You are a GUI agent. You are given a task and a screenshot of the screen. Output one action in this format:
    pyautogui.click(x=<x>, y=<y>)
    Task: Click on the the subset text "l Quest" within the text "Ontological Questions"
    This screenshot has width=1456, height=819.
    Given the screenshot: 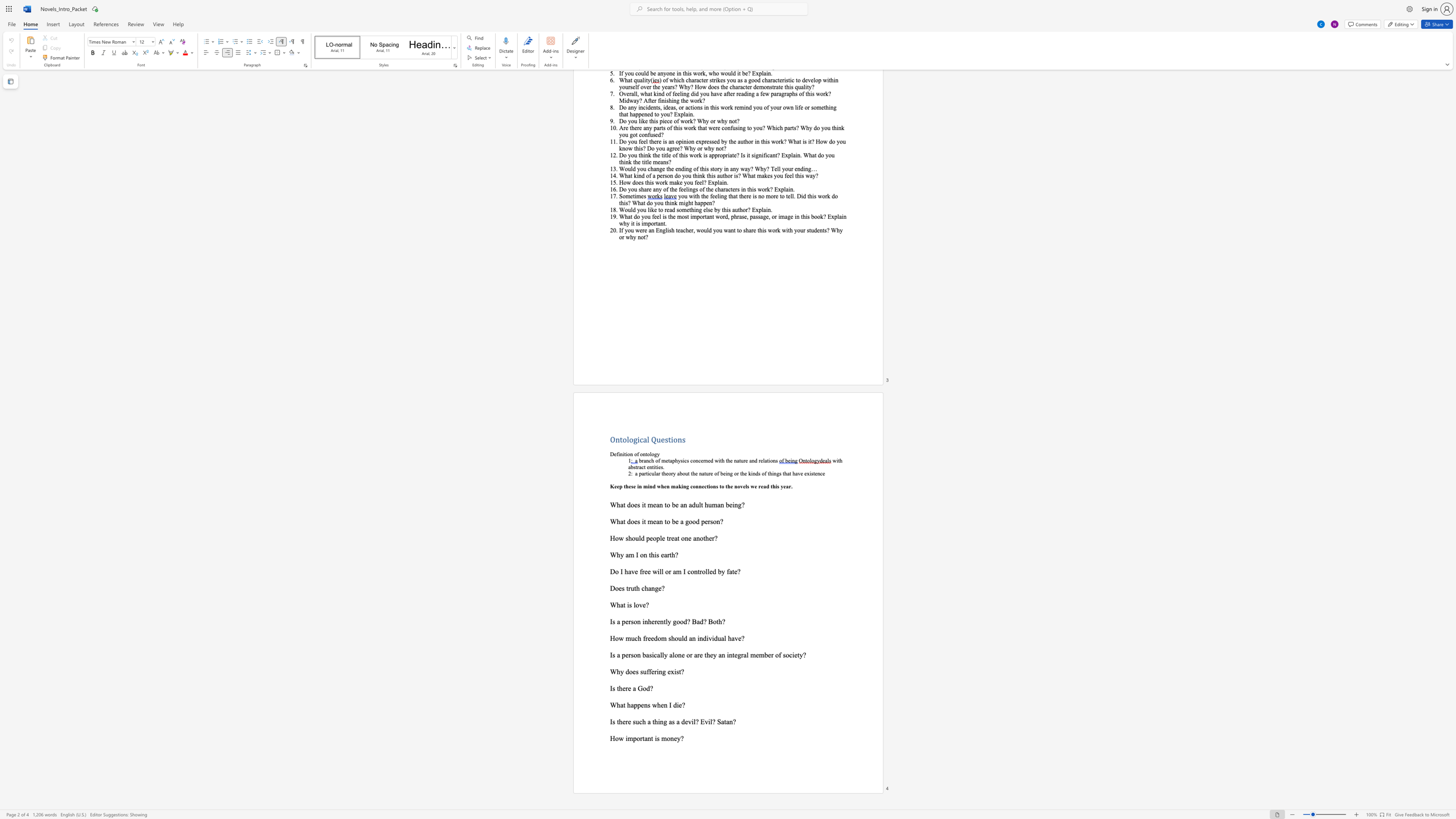 What is the action you would take?
    pyautogui.click(x=647, y=439)
    